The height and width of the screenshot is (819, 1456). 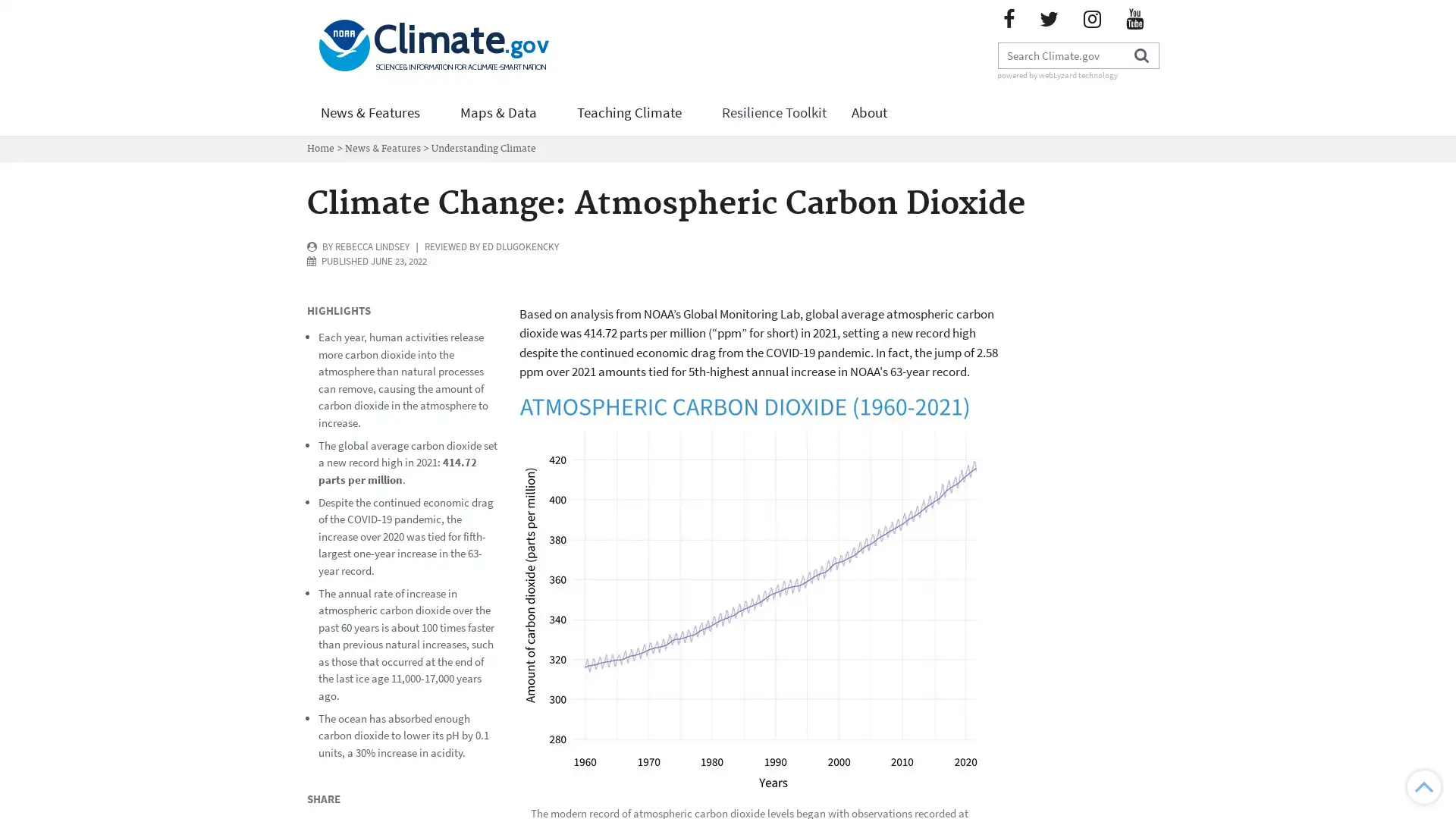 I want to click on Maps & Data, so click(x=506, y=111).